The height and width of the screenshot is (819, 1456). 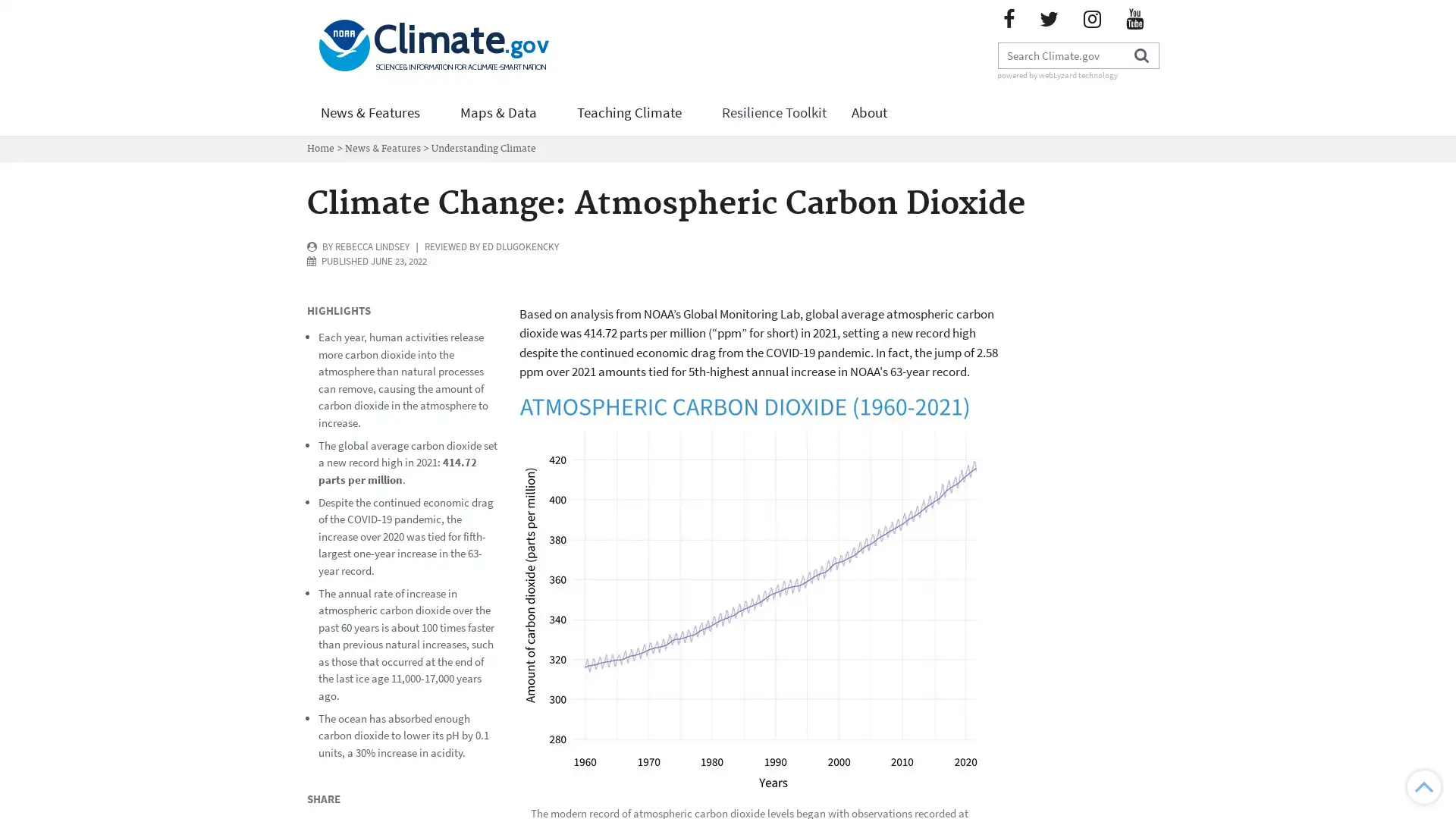 I want to click on Maps & Data, so click(x=506, y=111).